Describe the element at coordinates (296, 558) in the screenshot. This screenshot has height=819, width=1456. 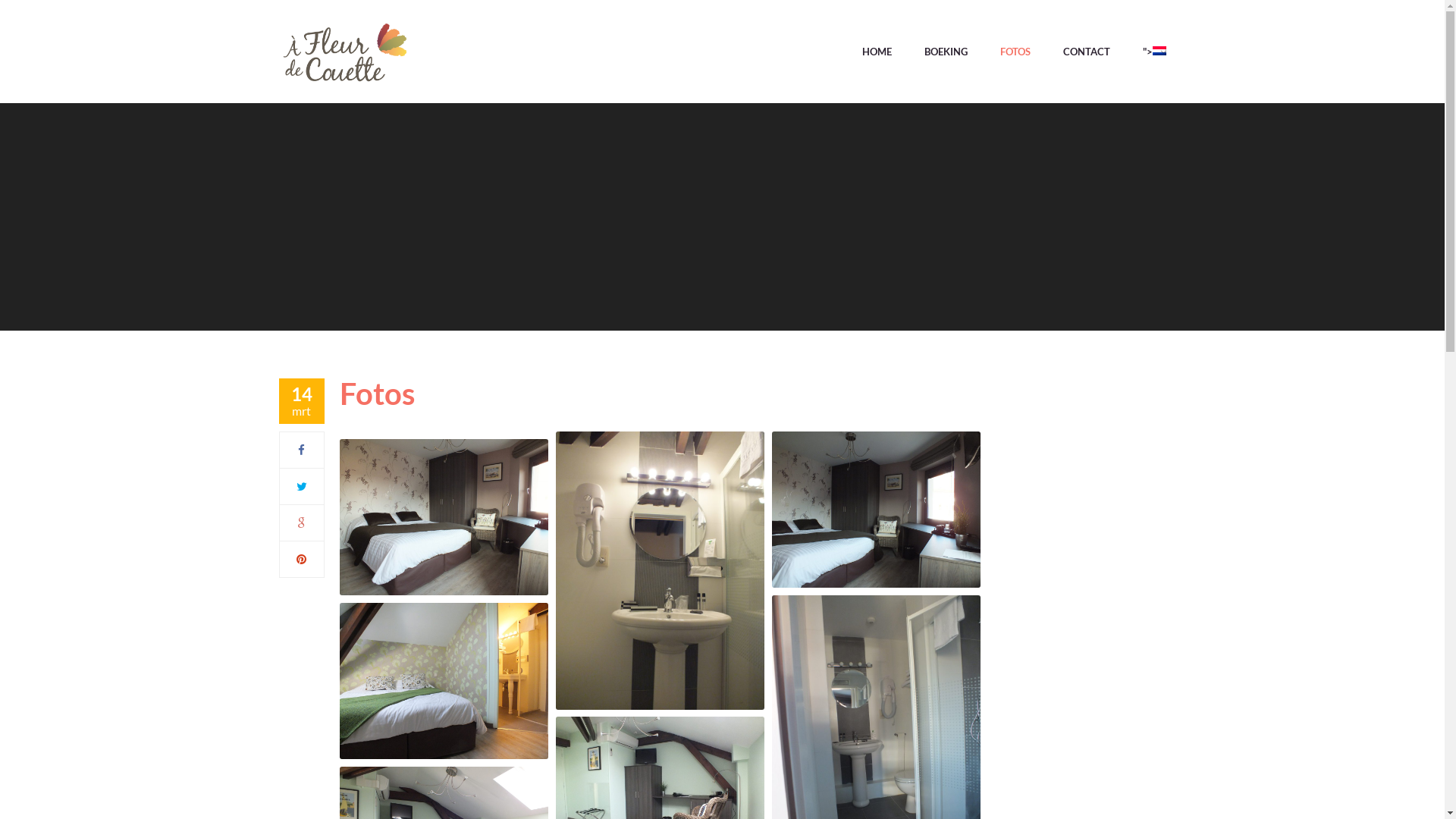
I see `'Pinterest'` at that location.